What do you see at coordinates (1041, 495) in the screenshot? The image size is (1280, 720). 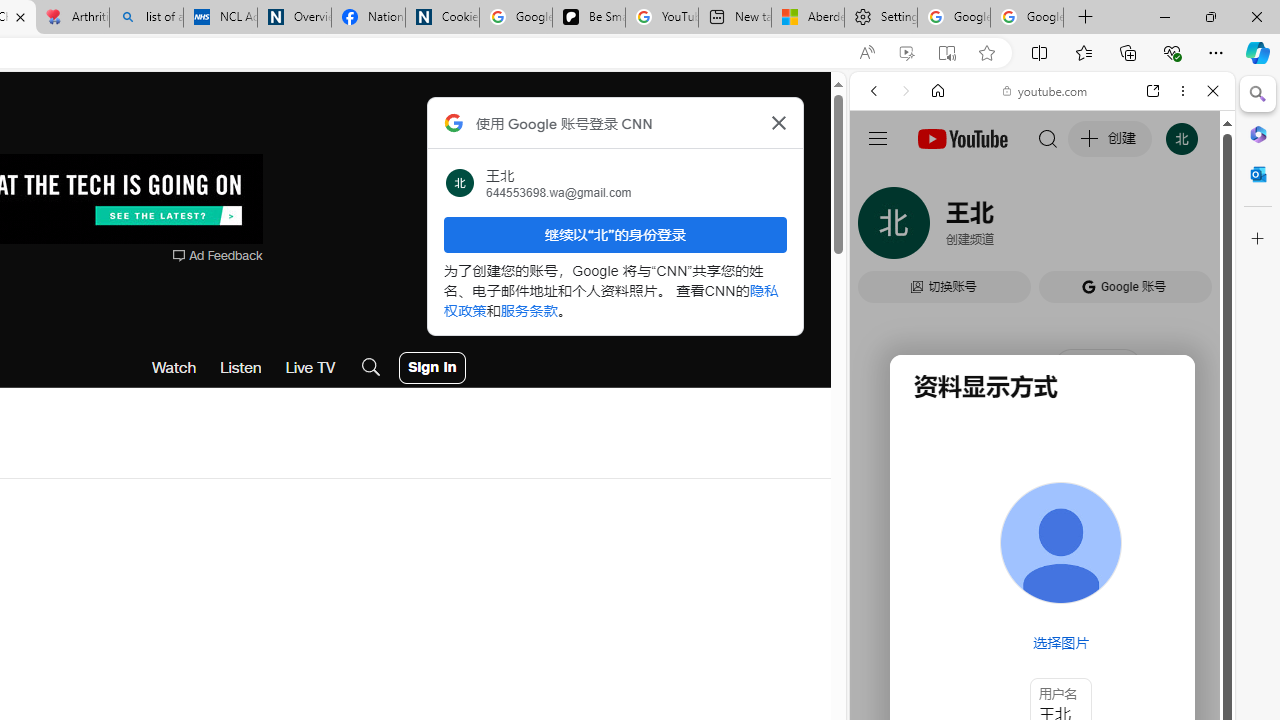 I see `'Google'` at bounding box center [1041, 495].